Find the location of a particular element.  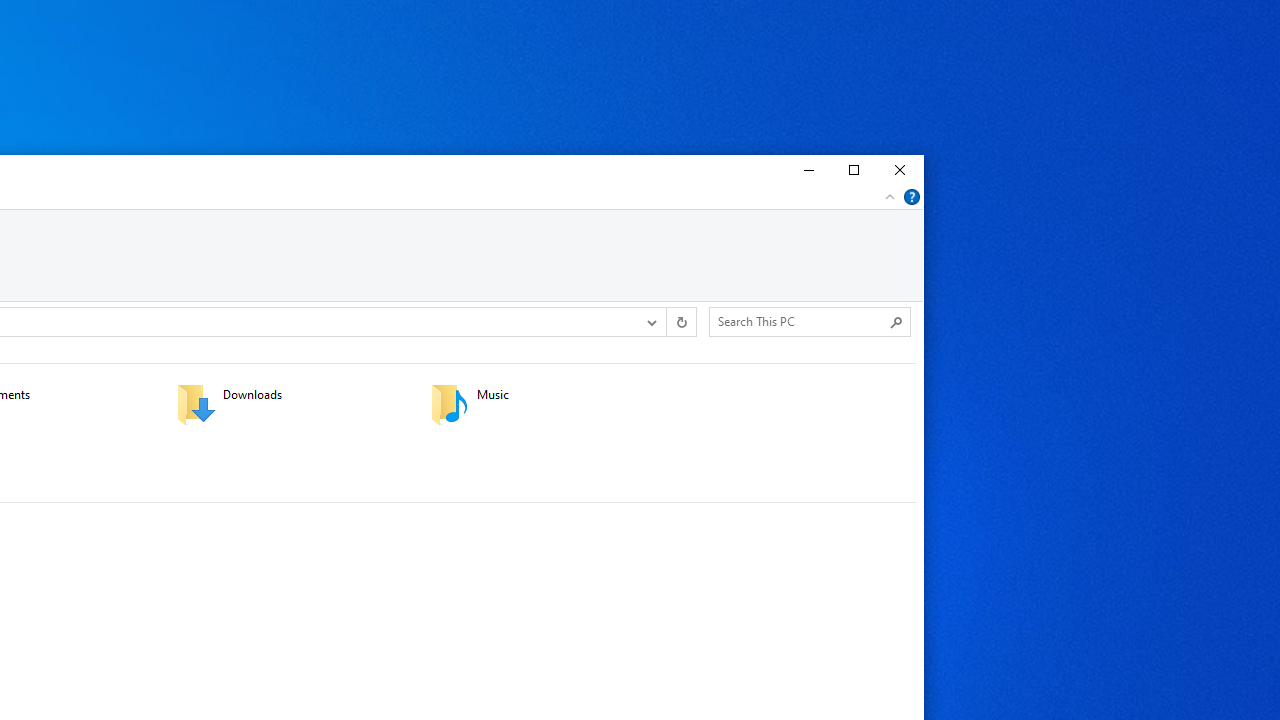

'Music' is located at coordinates (544, 403).